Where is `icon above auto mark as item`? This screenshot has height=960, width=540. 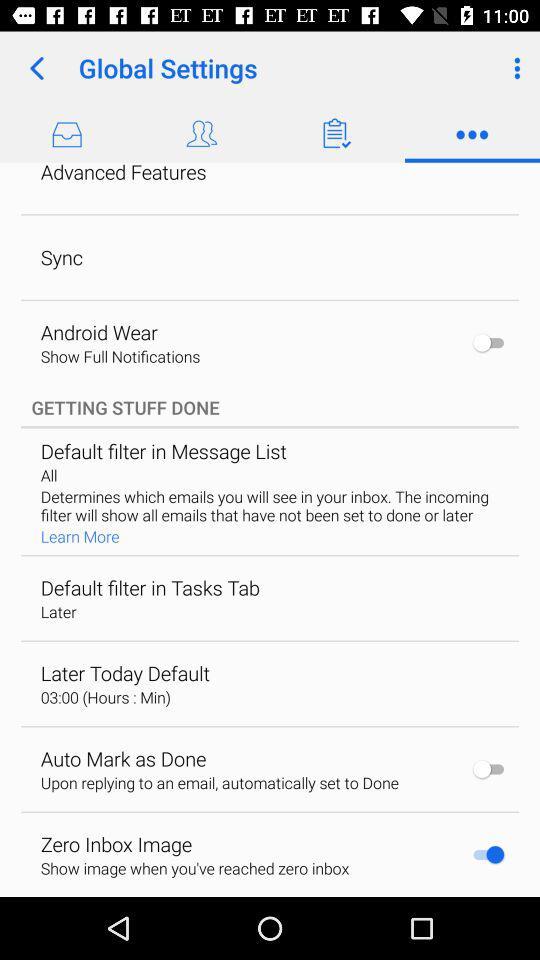
icon above auto mark as item is located at coordinates (105, 697).